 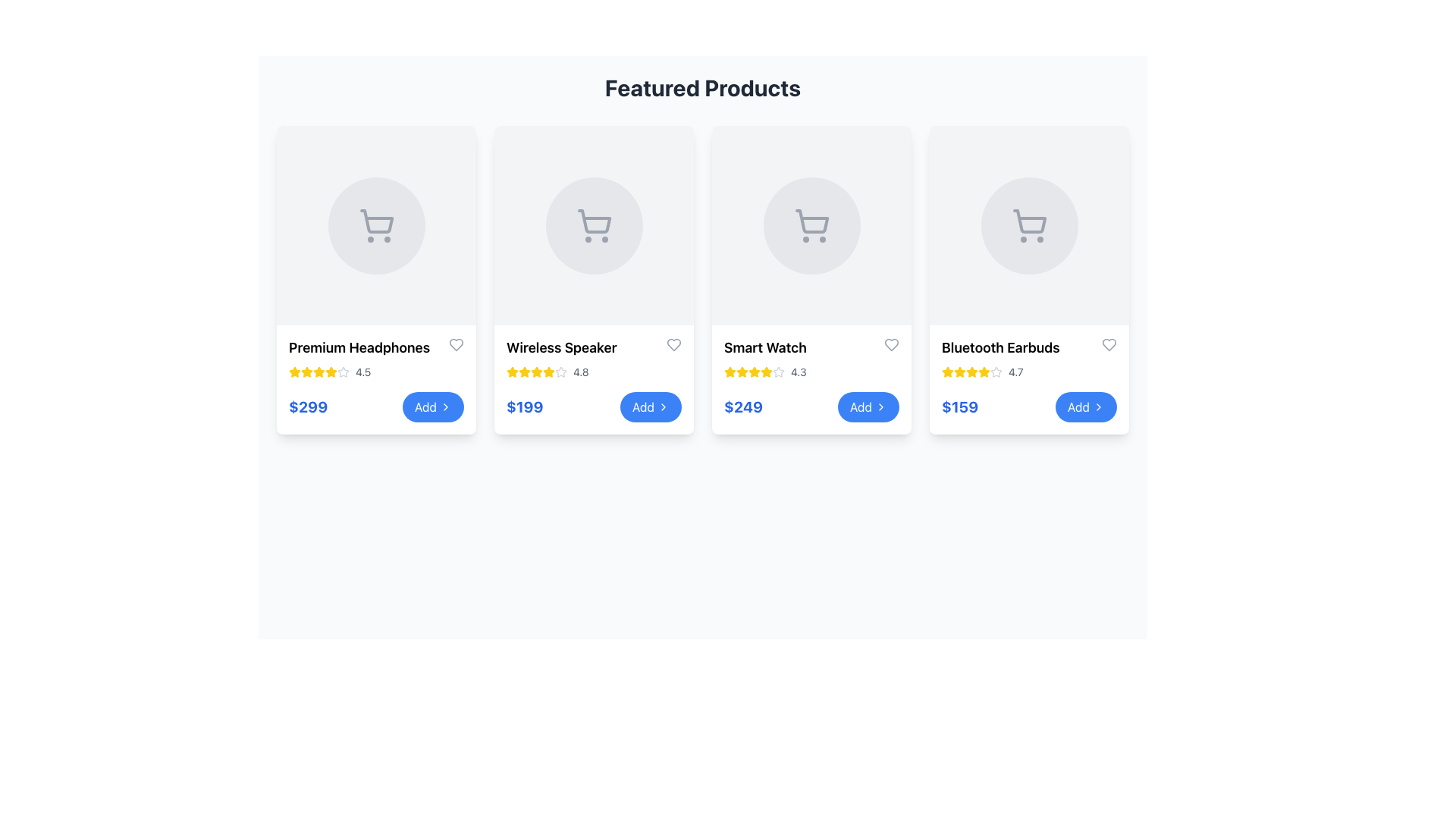 What do you see at coordinates (959, 372) in the screenshot?
I see `the first star icon below the product title 'Bluetooth Earbuds' in the fourth card of the product grid to interact for rating-related purposes` at bounding box center [959, 372].